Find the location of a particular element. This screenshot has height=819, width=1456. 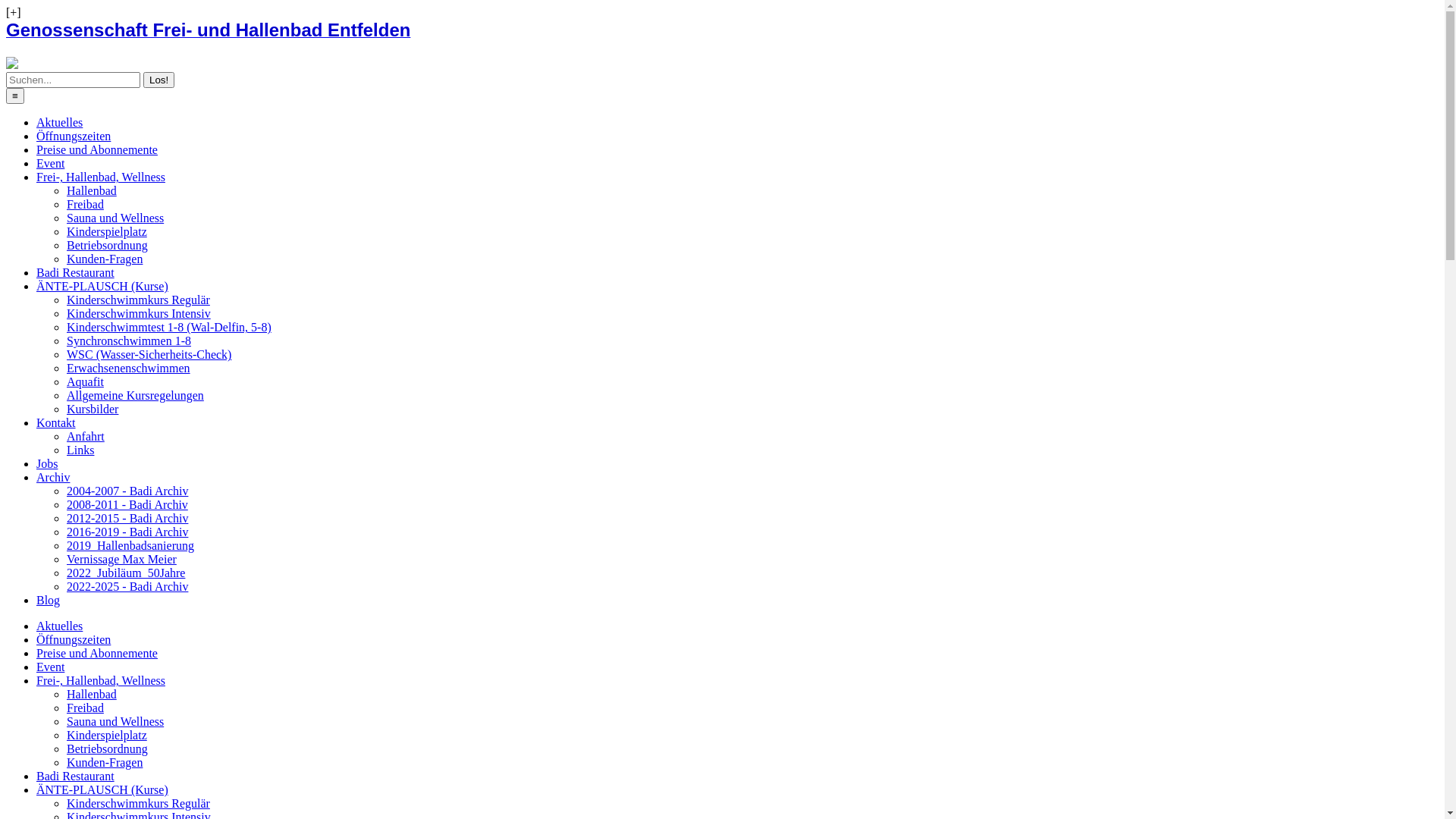

'Event' is located at coordinates (50, 163).